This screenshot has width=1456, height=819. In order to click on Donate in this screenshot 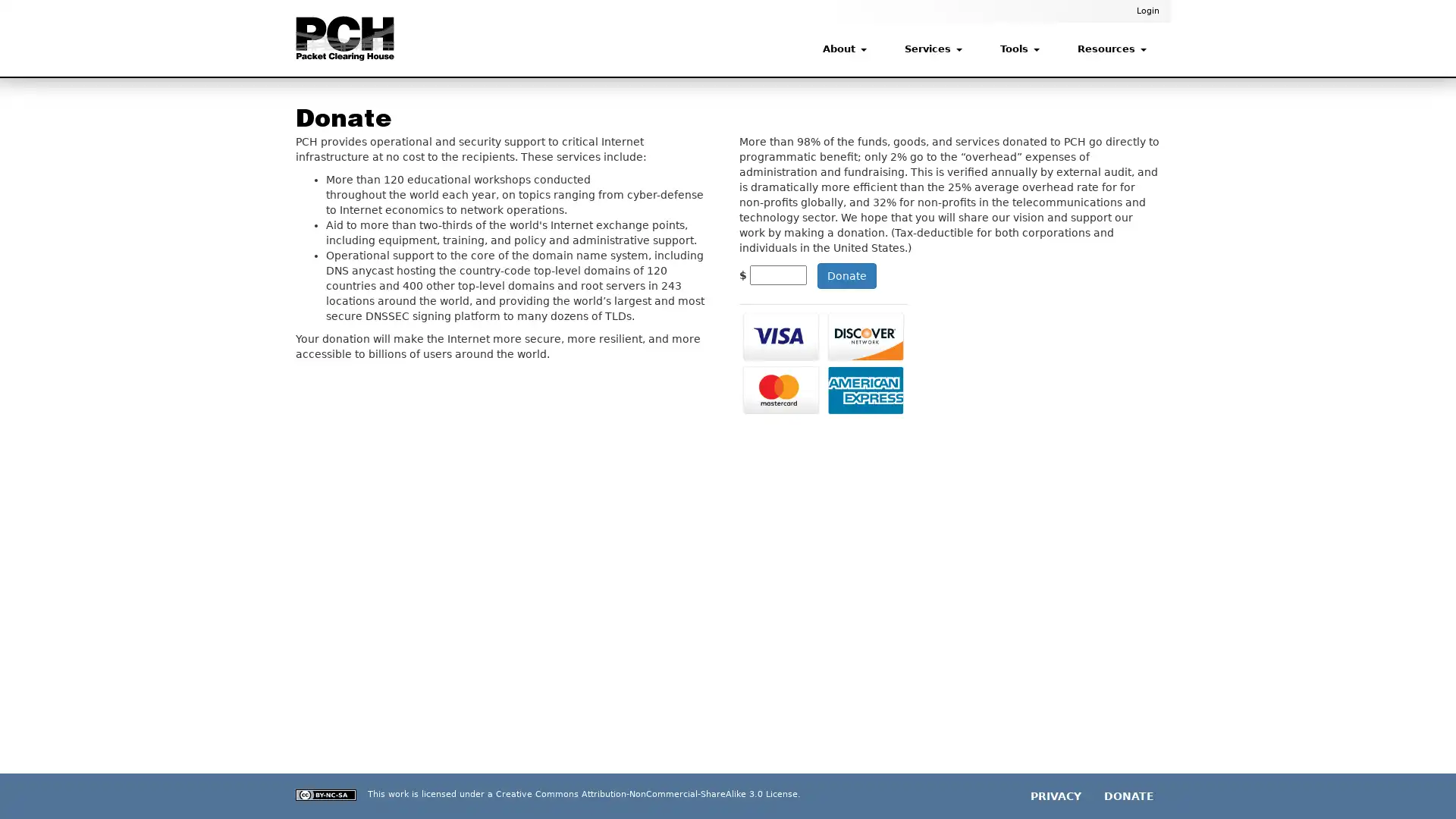, I will do `click(846, 275)`.